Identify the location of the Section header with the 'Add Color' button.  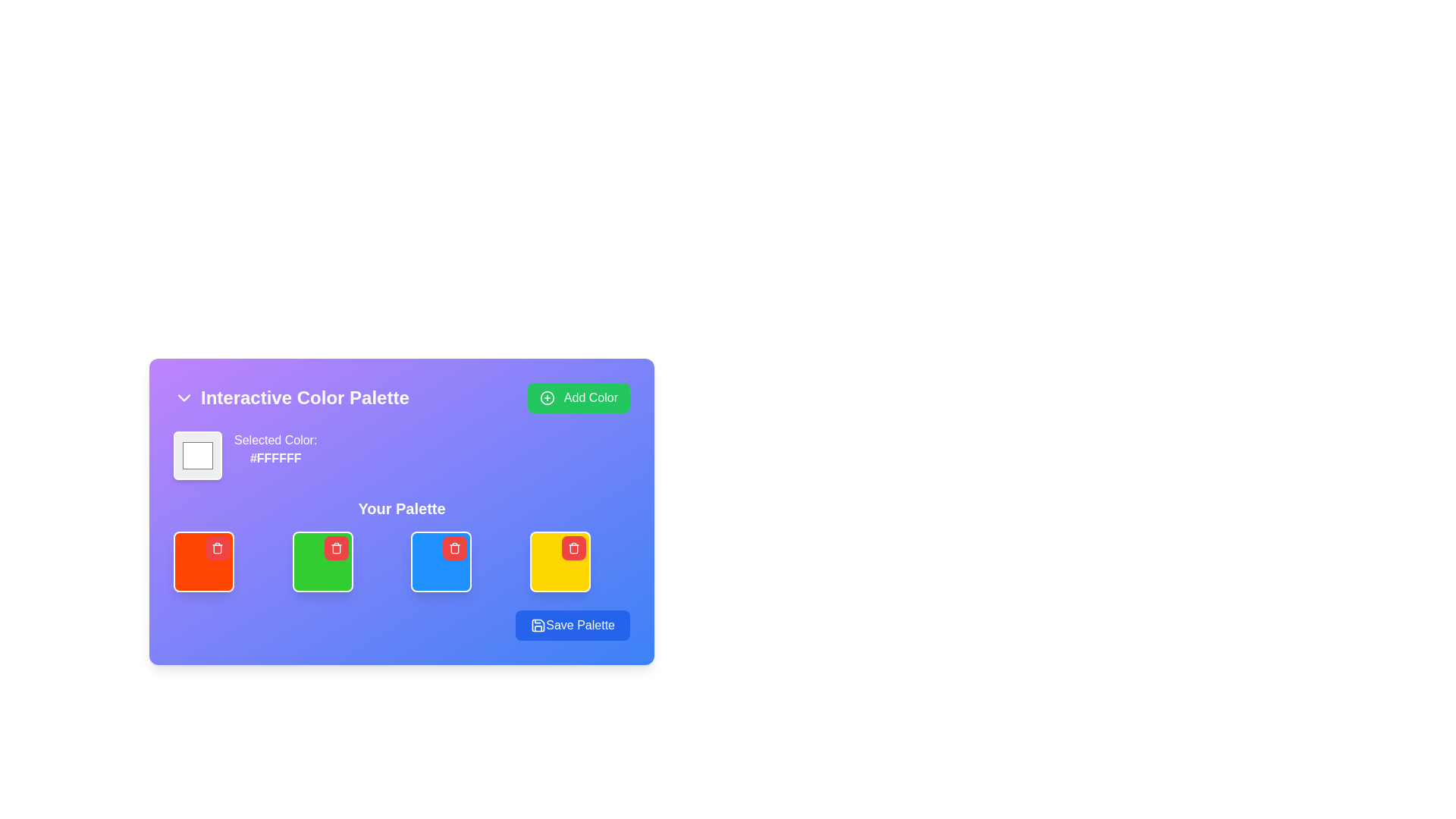
(401, 397).